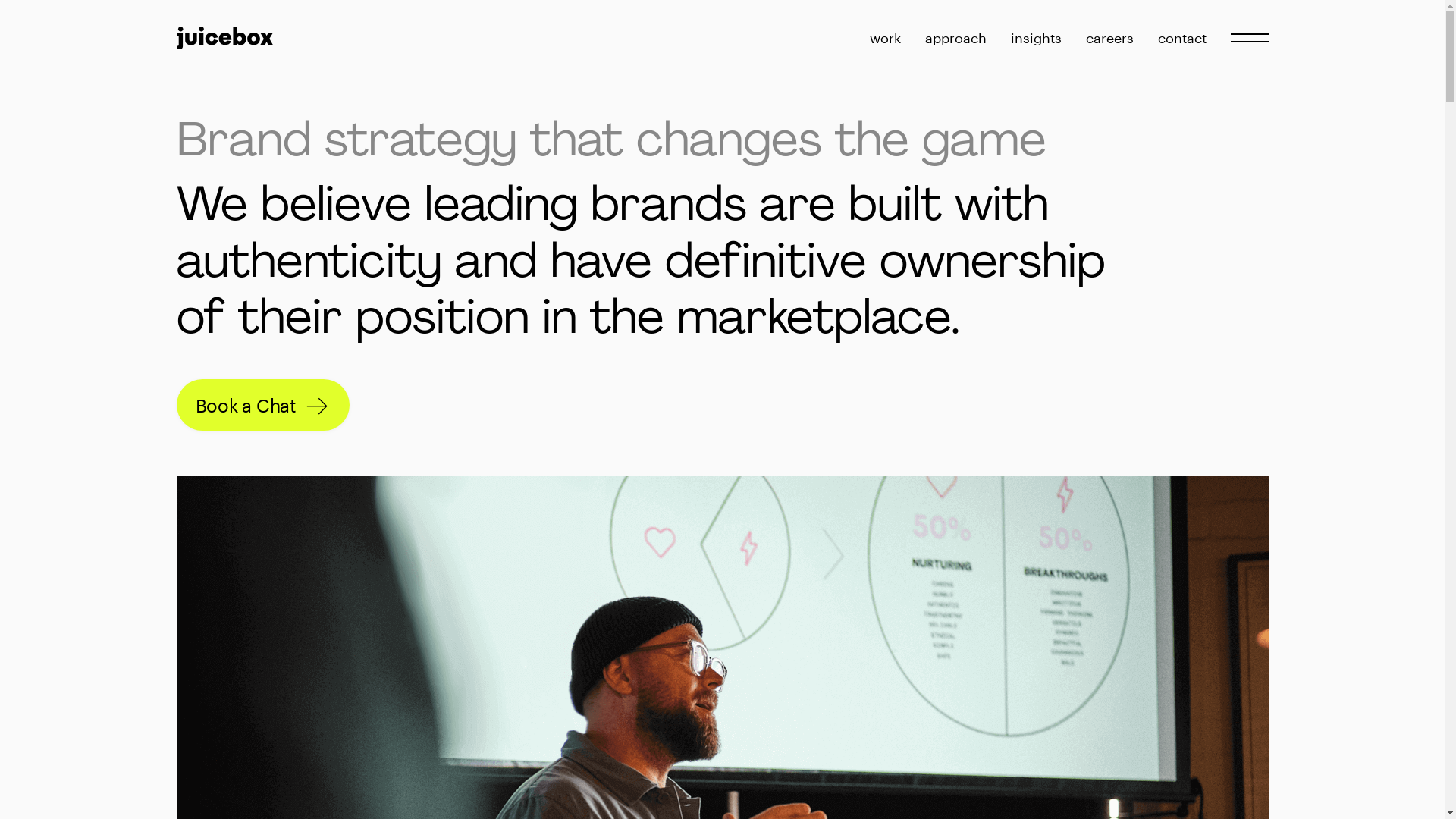 Image resolution: width=1456 pixels, height=819 pixels. I want to click on 'contact', so click(1181, 36).